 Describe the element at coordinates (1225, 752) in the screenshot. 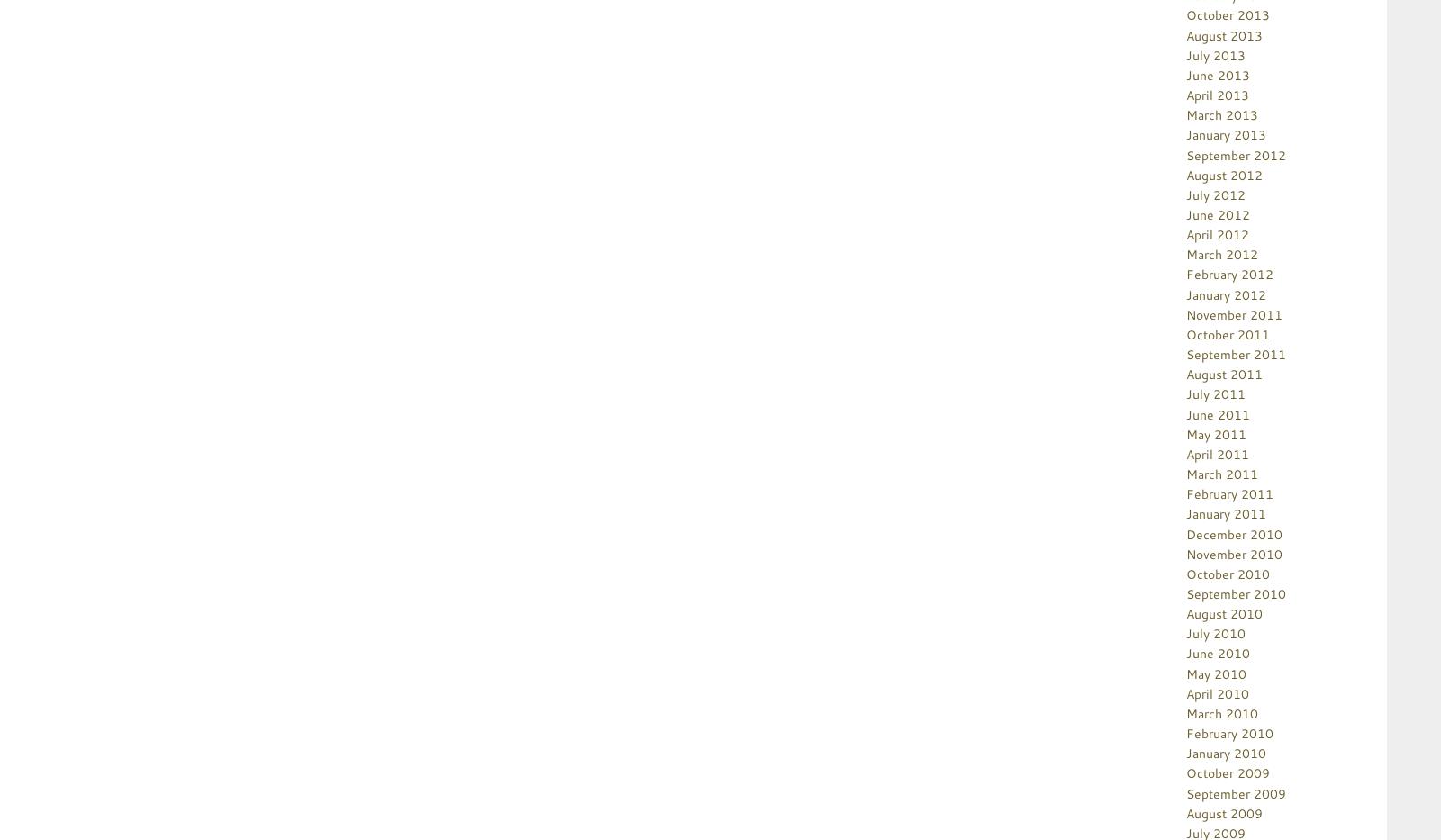

I see `'January 2010'` at that location.